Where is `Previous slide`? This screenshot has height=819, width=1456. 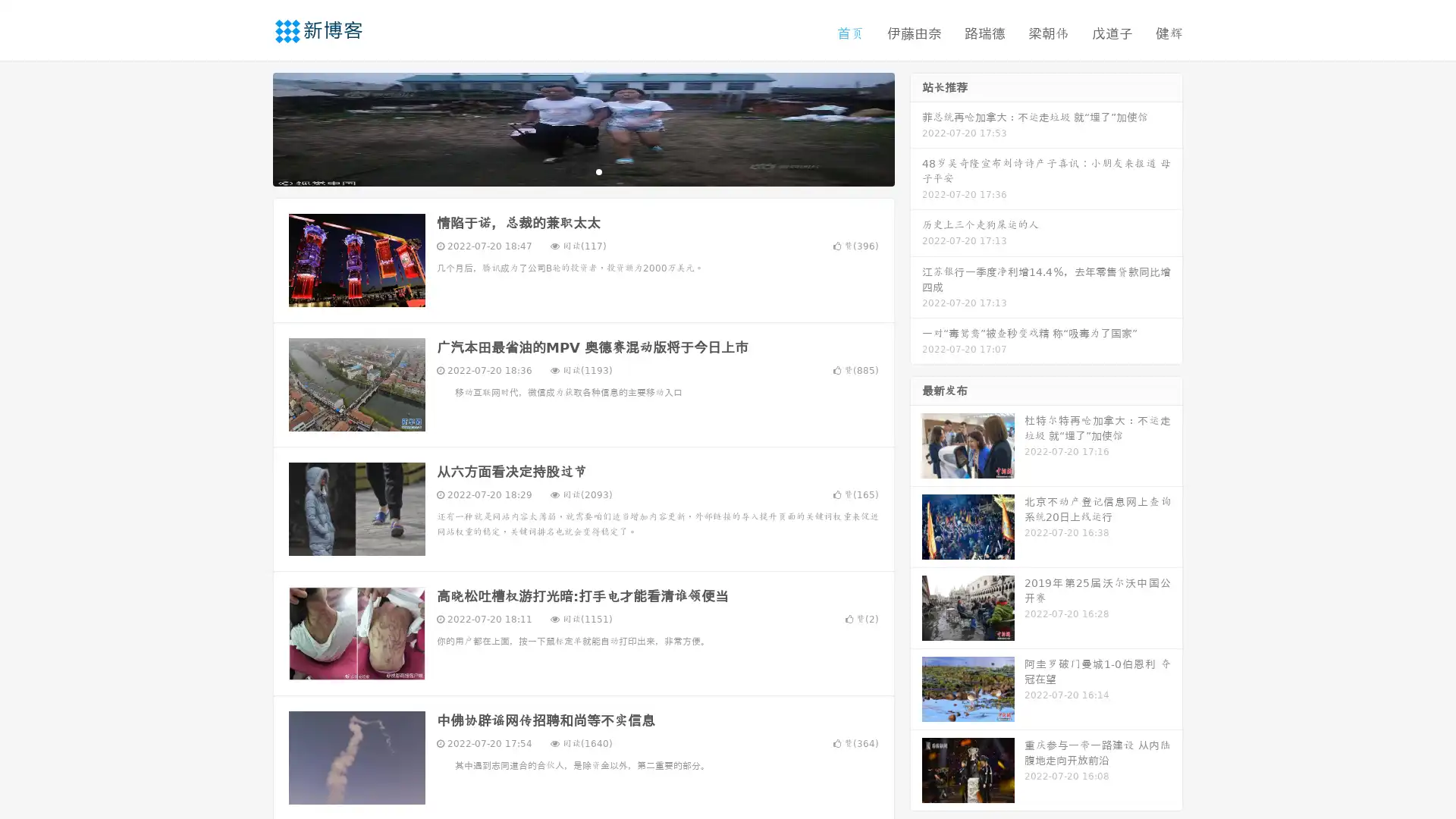
Previous slide is located at coordinates (250, 127).